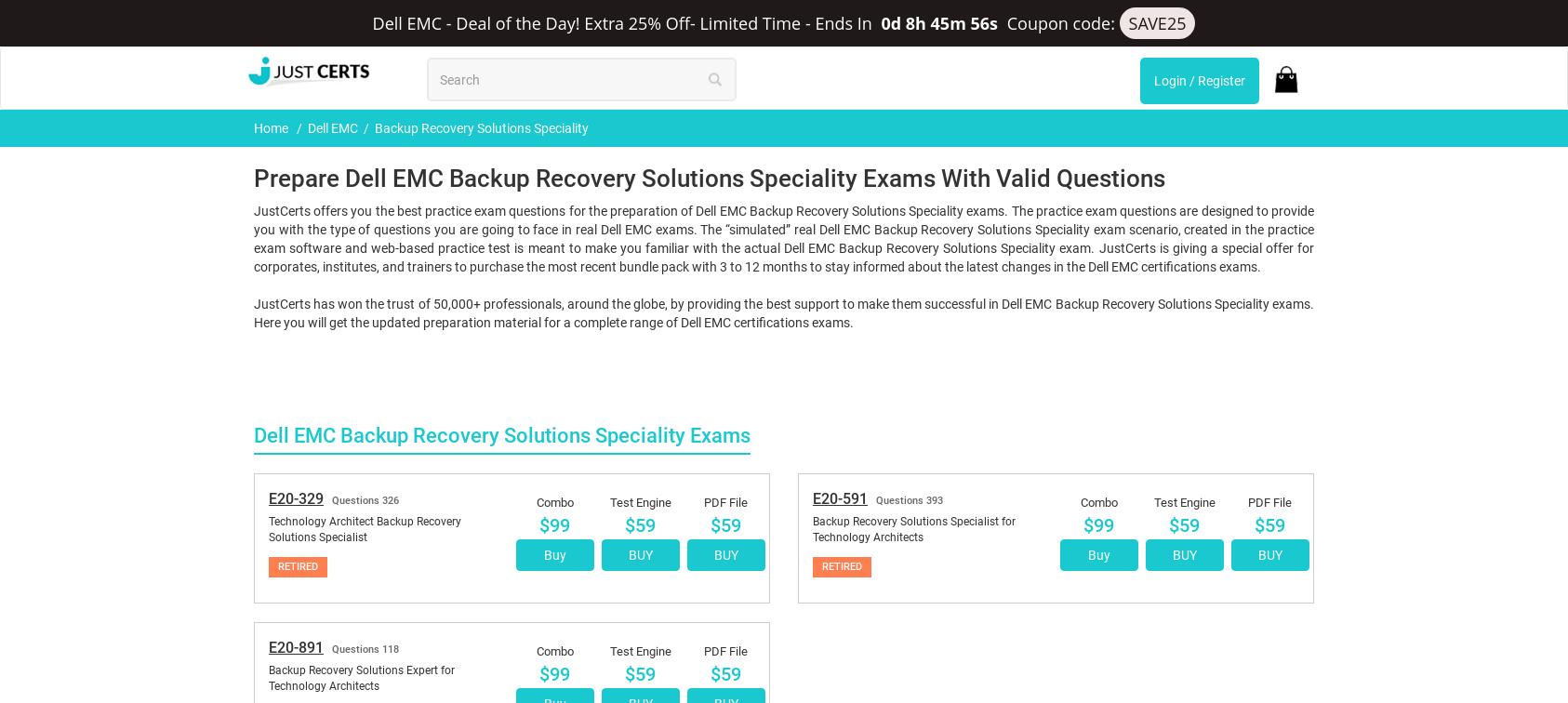 Image resolution: width=1568 pixels, height=703 pixels. What do you see at coordinates (295, 405) in the screenshot?
I see `'E20-891'` at bounding box center [295, 405].